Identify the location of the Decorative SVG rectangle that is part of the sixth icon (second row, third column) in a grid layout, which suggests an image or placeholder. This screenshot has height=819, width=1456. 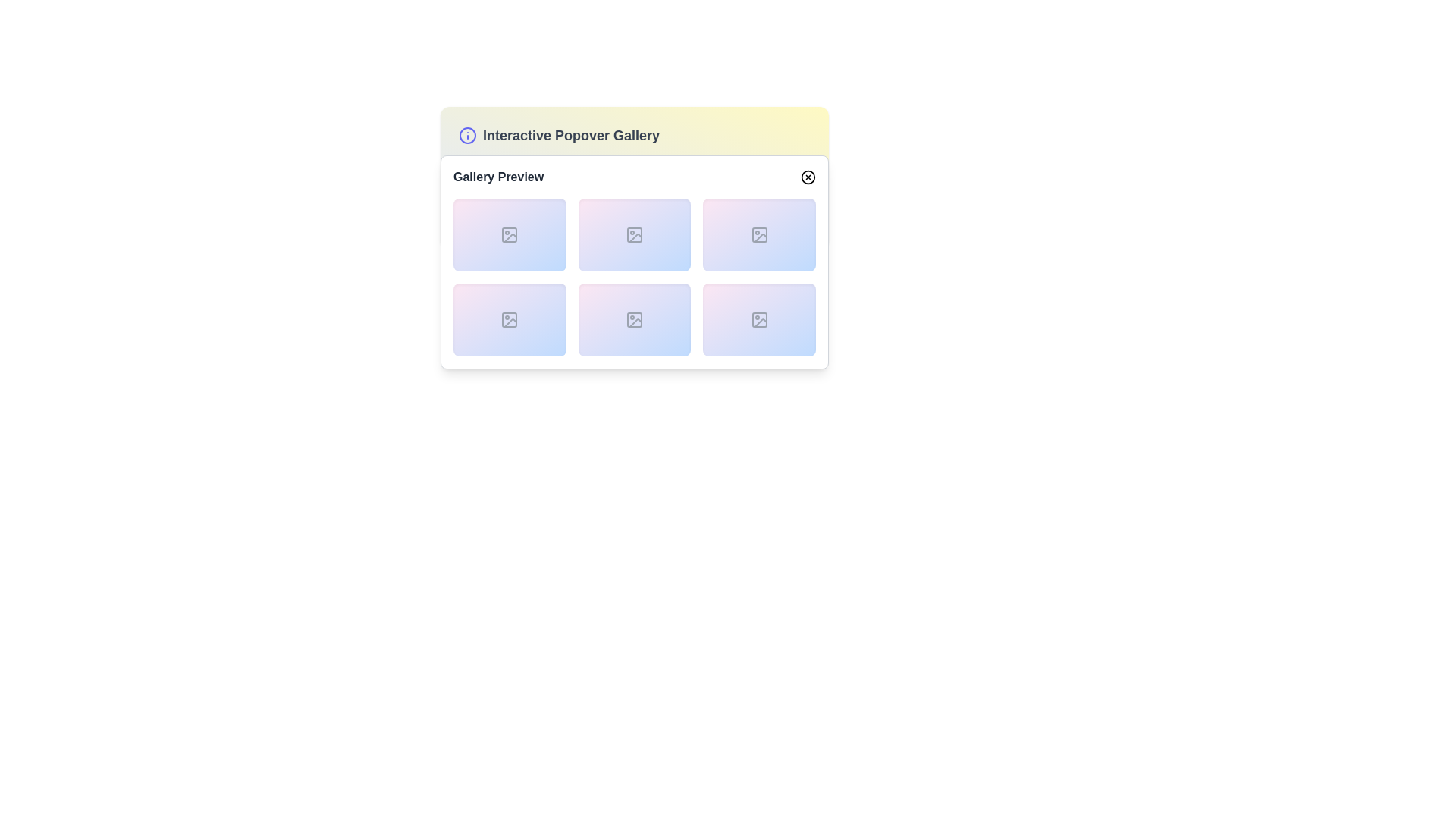
(634, 318).